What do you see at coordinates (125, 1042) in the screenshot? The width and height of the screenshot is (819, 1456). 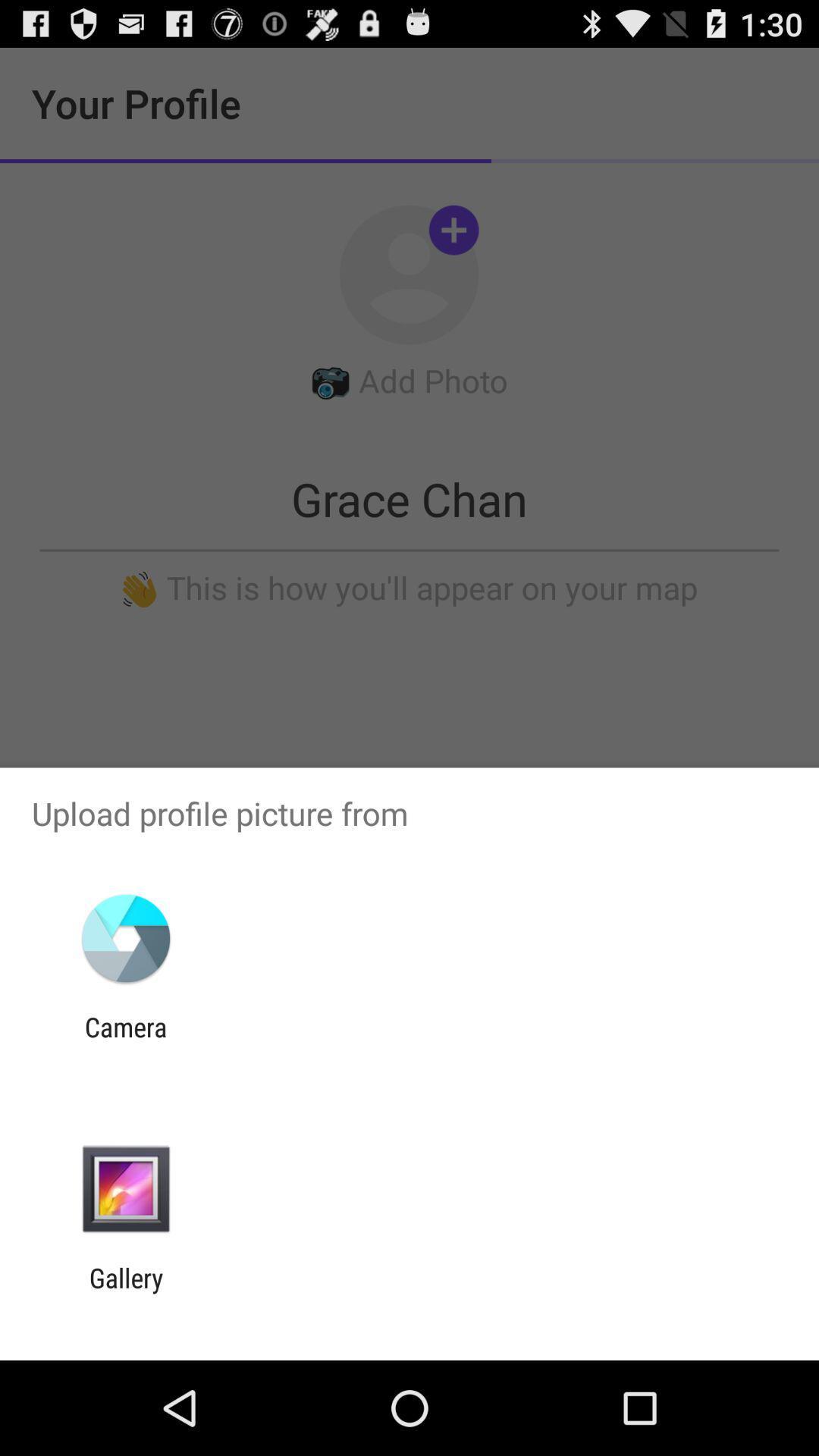 I see `camera` at bounding box center [125, 1042].